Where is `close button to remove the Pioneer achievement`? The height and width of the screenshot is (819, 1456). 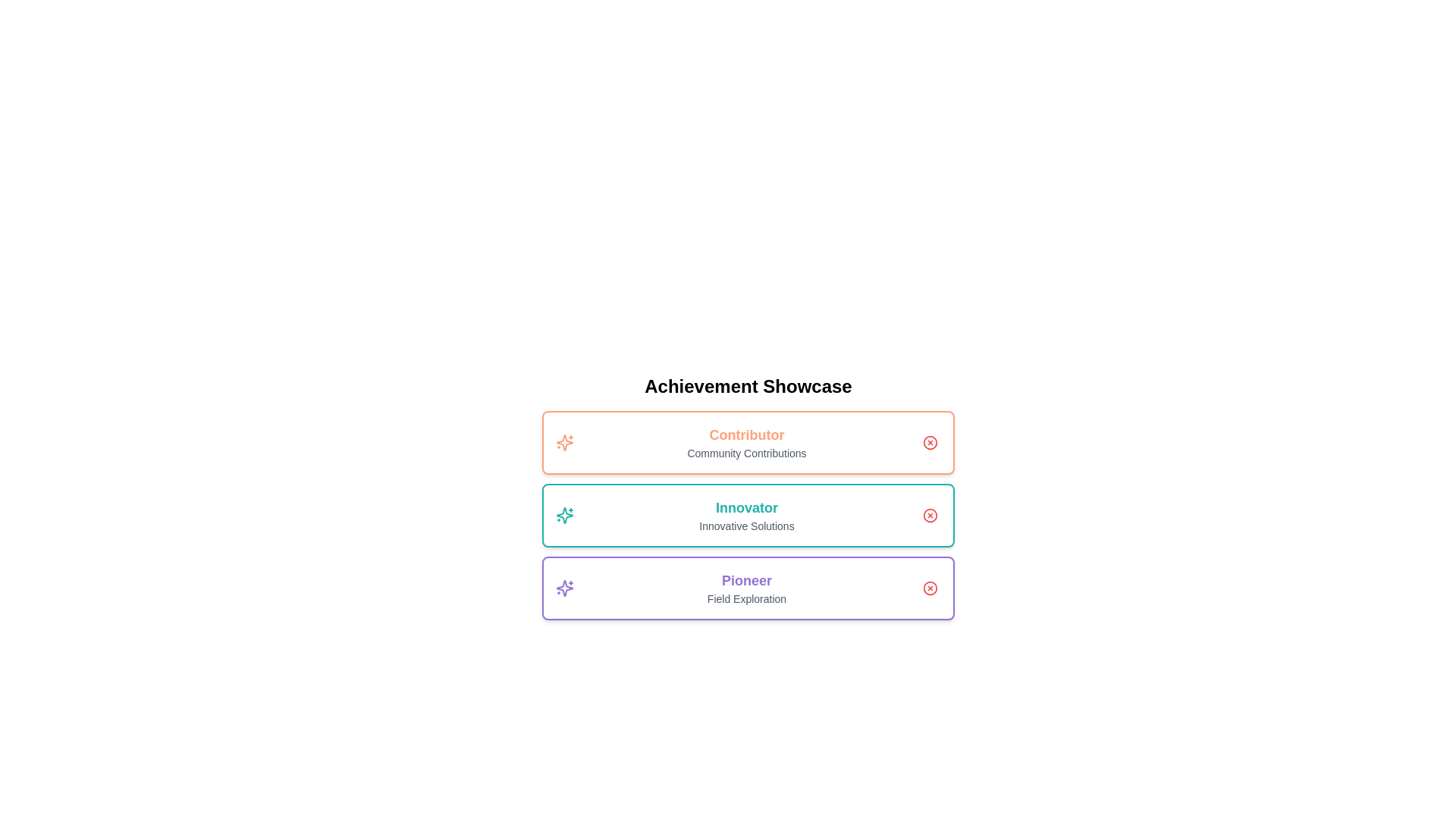
close button to remove the Pioneer achievement is located at coordinates (930, 587).